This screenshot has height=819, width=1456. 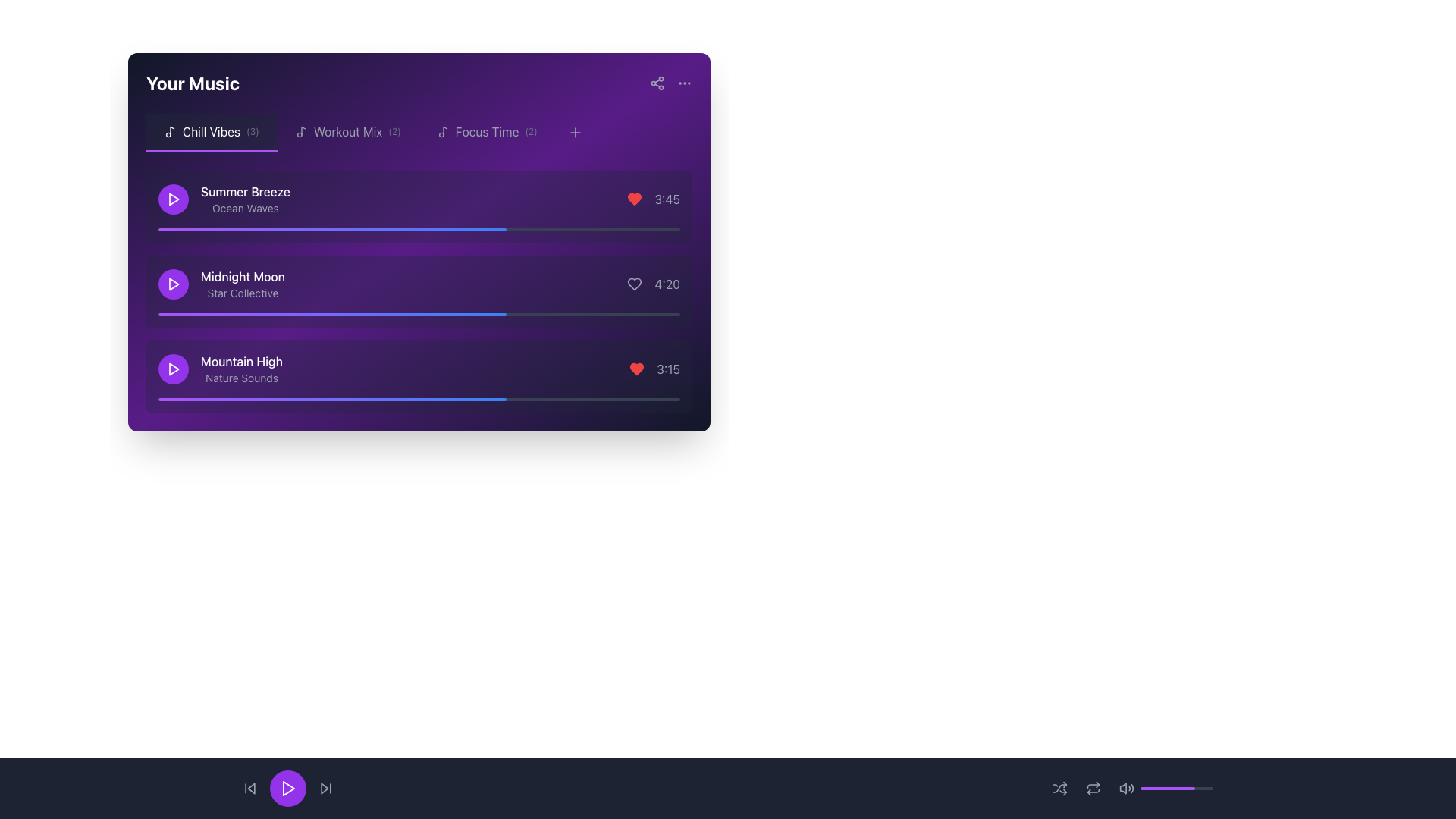 I want to click on the progress bar, so click(x=450, y=314).